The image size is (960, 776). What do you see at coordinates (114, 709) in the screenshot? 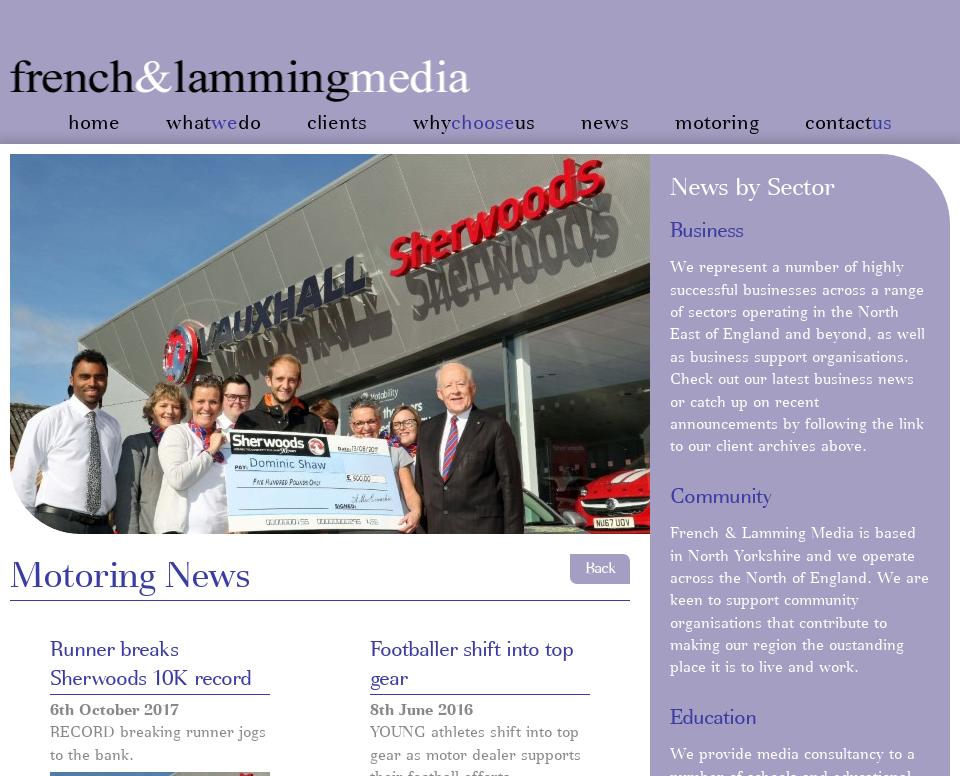
I see `'6th October 2017'` at bounding box center [114, 709].